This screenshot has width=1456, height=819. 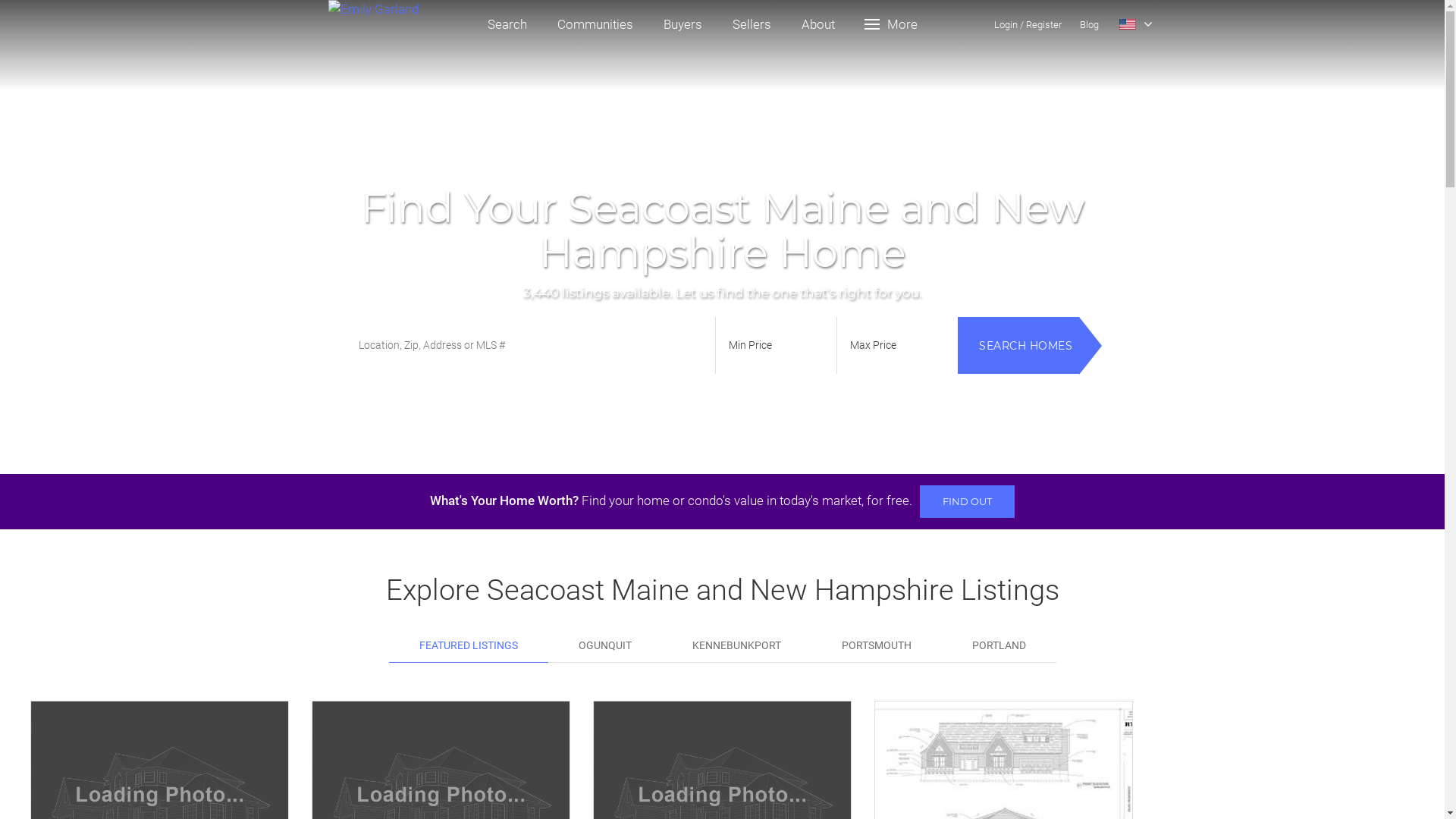 What do you see at coordinates (993, 24) in the screenshot?
I see `'Login/'` at bounding box center [993, 24].